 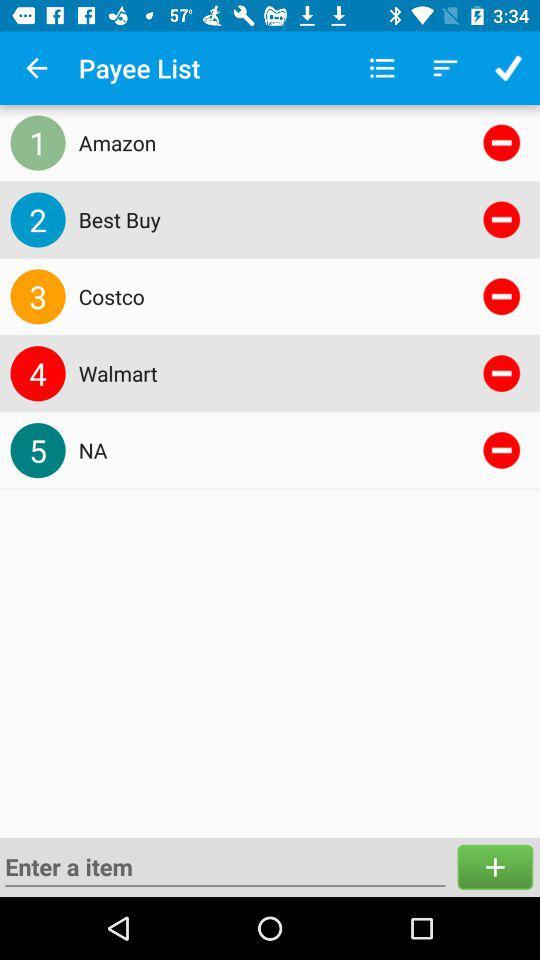 What do you see at coordinates (500, 450) in the screenshot?
I see `the symbol whch is right hand side of the text na` at bounding box center [500, 450].